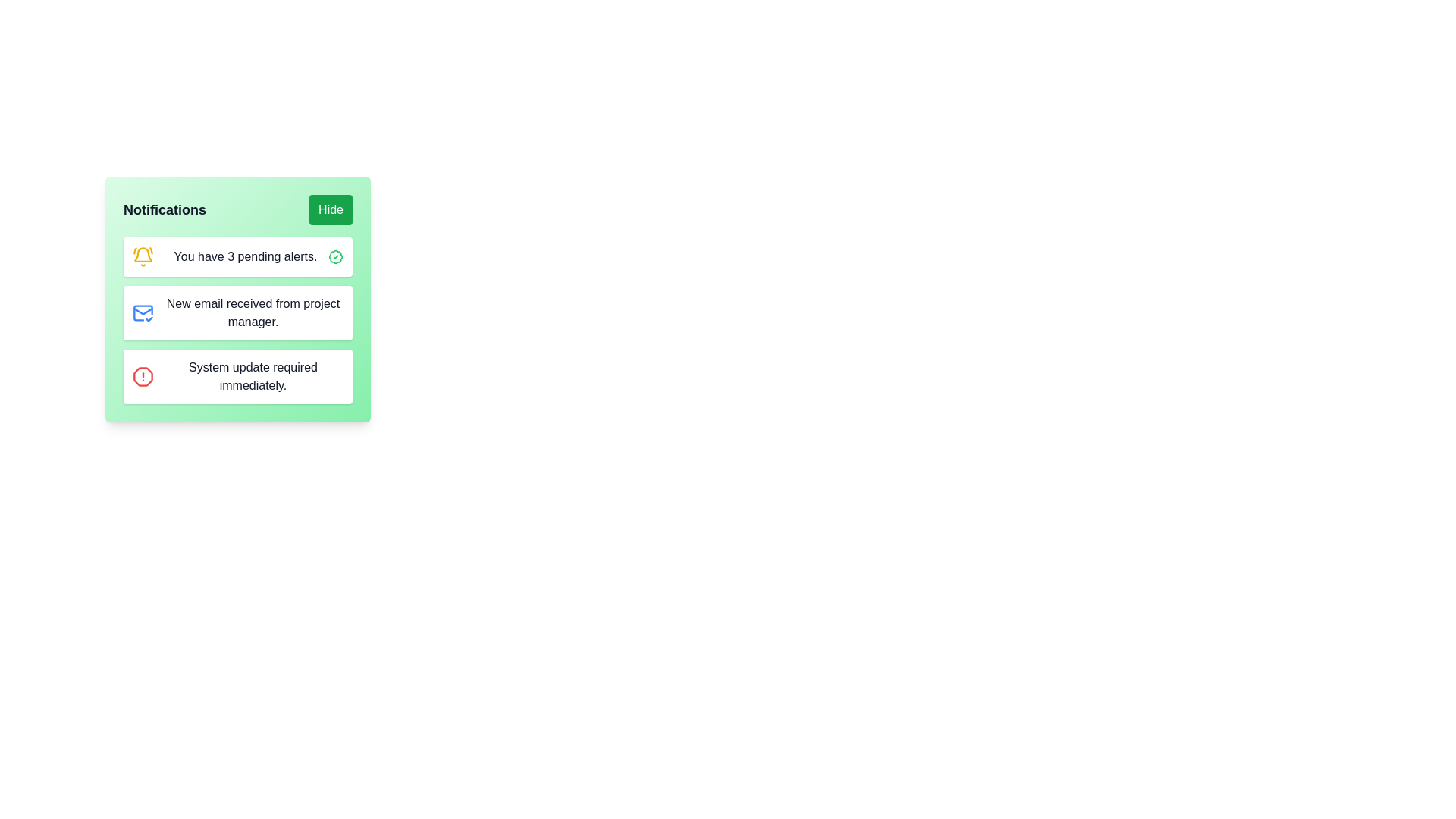  What do you see at coordinates (237, 312) in the screenshot?
I see `text content of the second notification entry about the newly received email from the project manager, which is located below 'You have 3 pending alerts.' and above 'System update required immediately.'` at bounding box center [237, 312].